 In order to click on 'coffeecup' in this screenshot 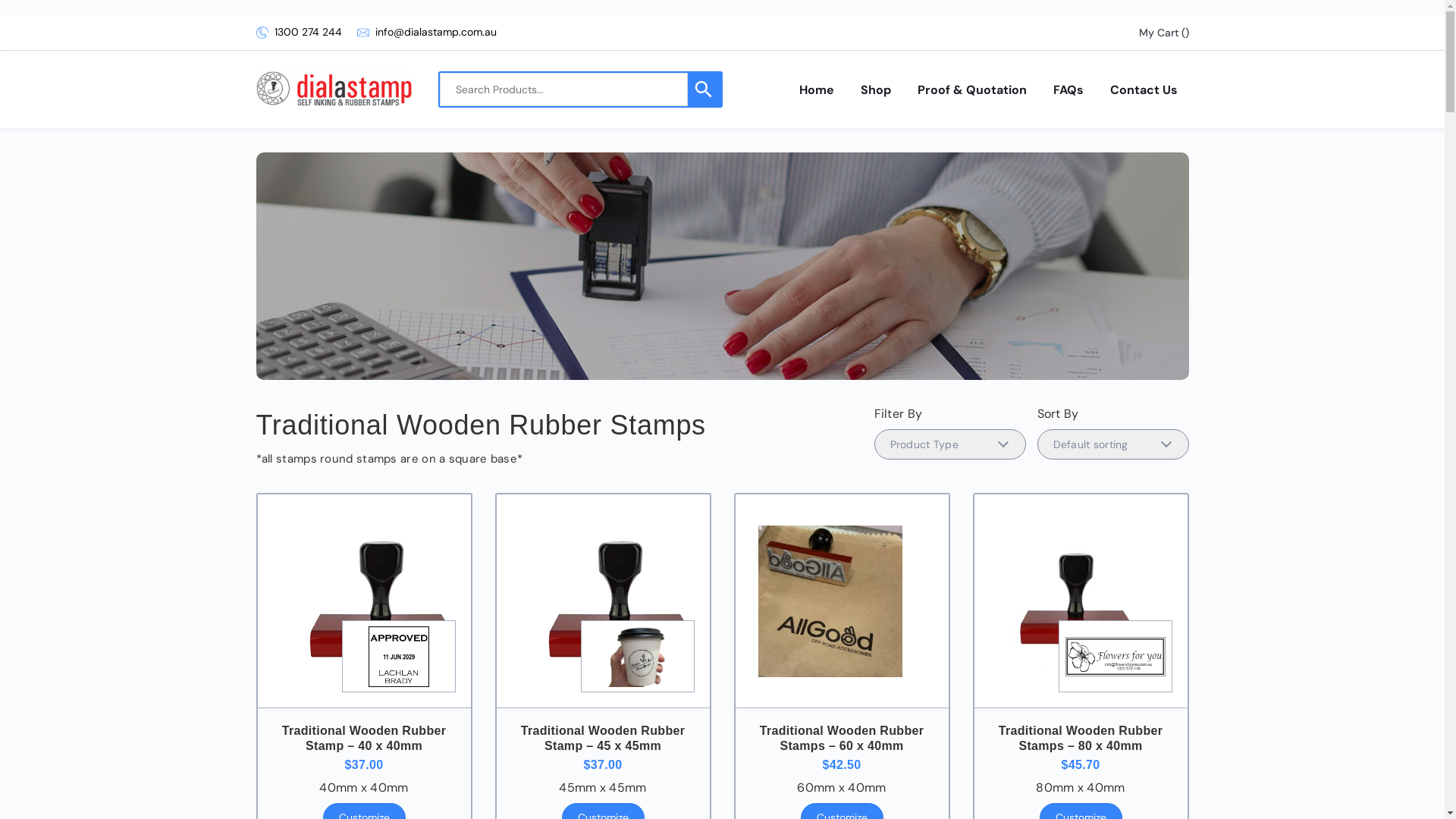, I will do `click(602, 656)`.